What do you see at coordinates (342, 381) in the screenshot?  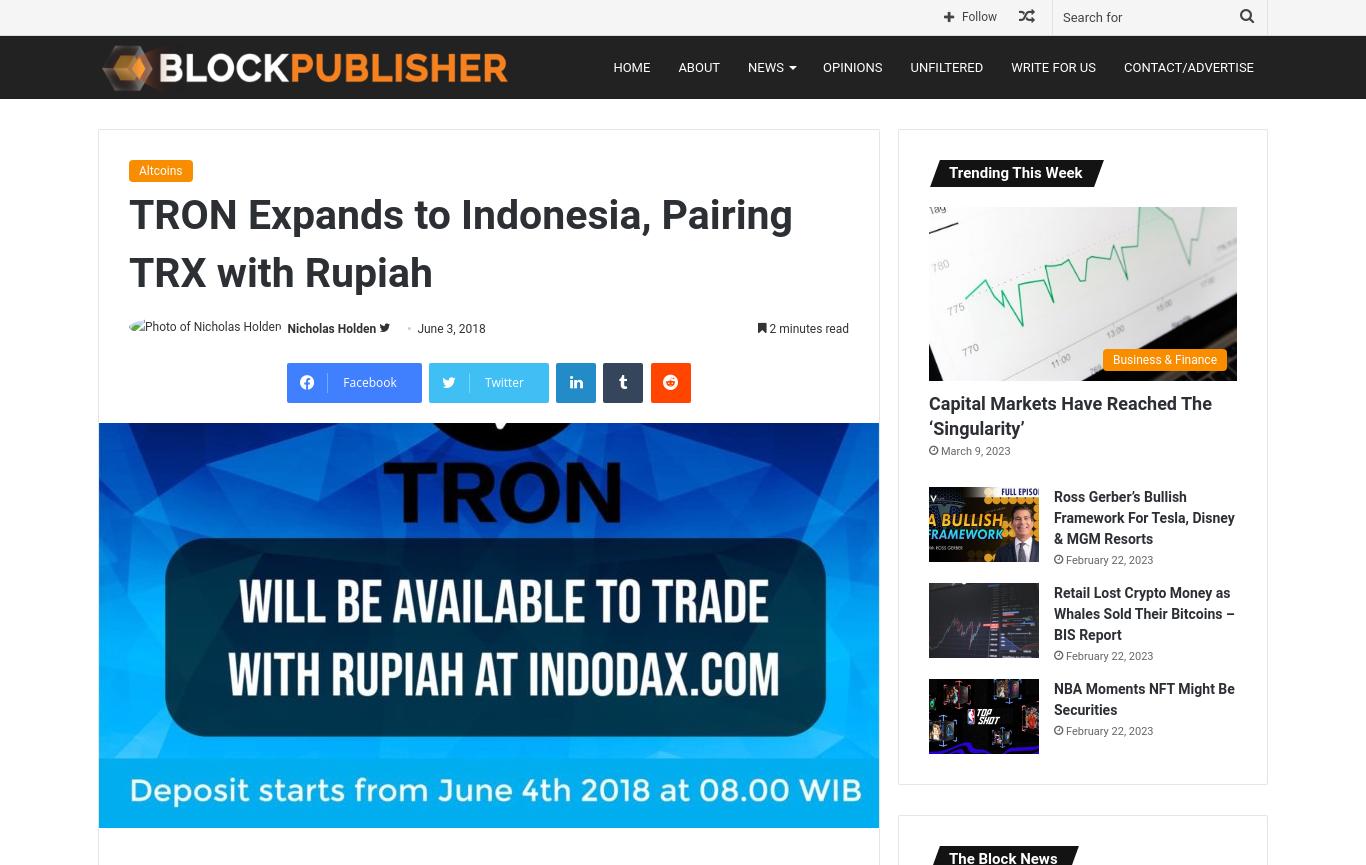 I see `'Facebook'` at bounding box center [342, 381].